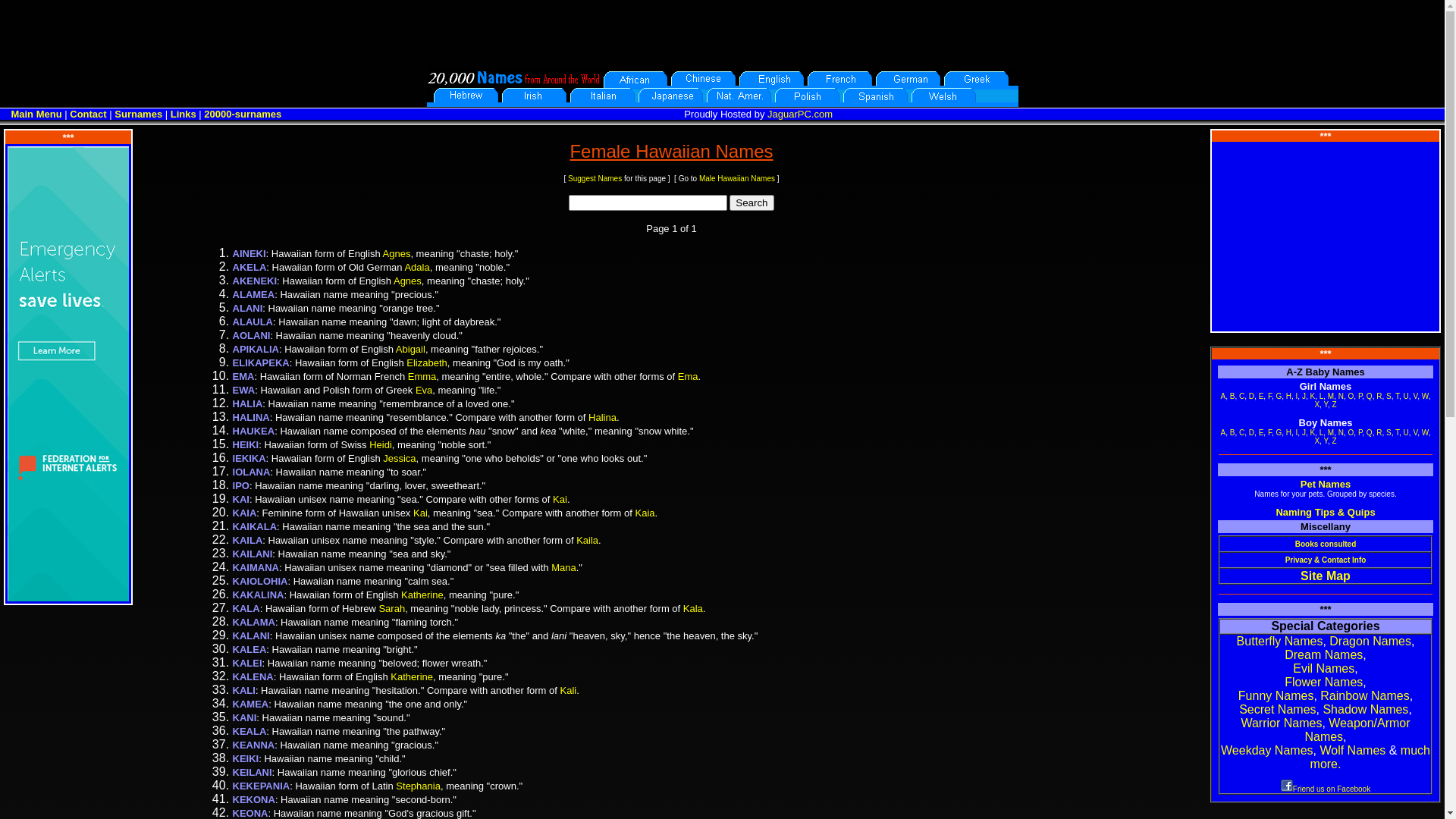  Describe the element at coordinates (687, 375) in the screenshot. I see `'Ema'` at that location.